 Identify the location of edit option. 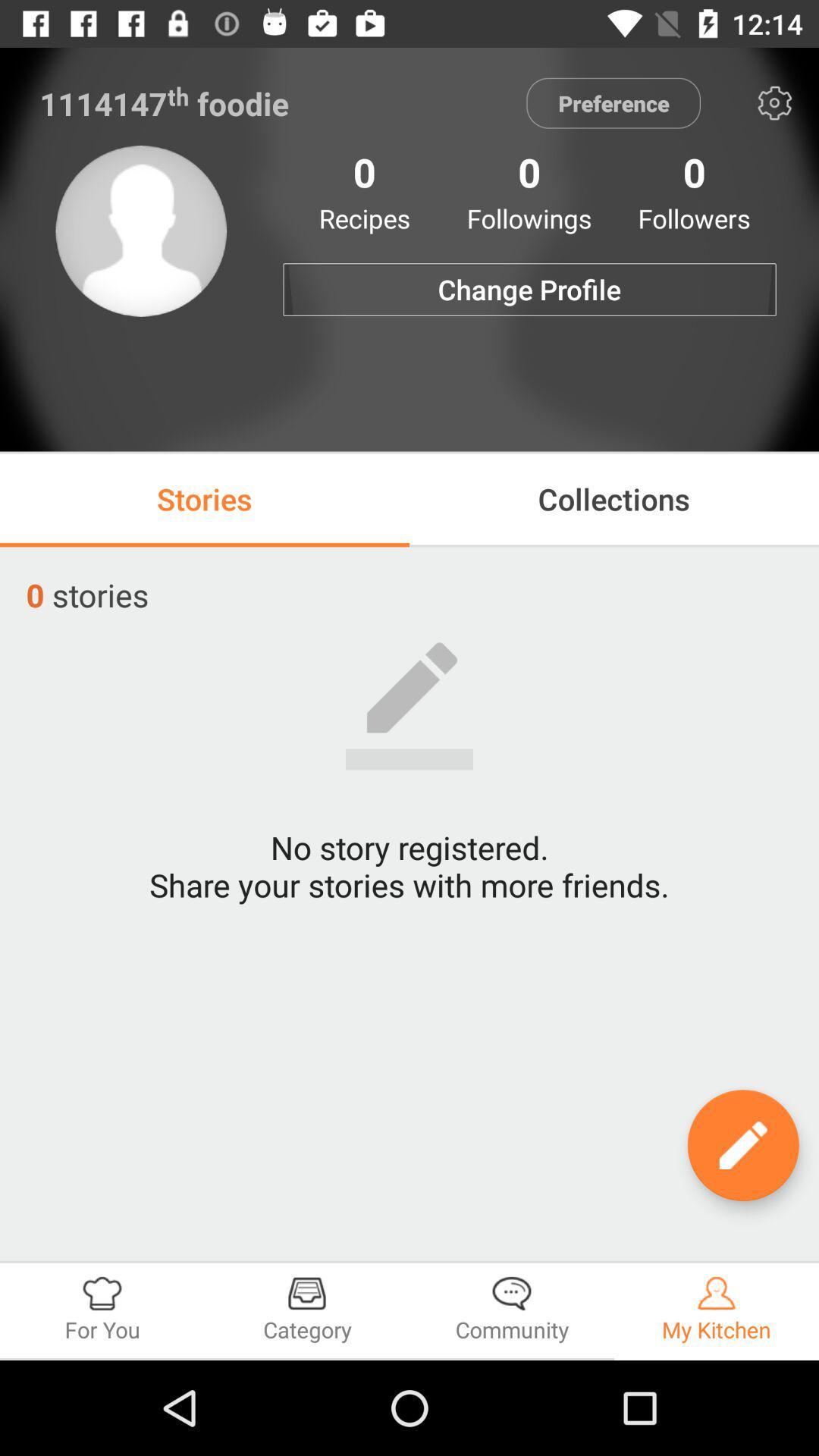
(742, 1145).